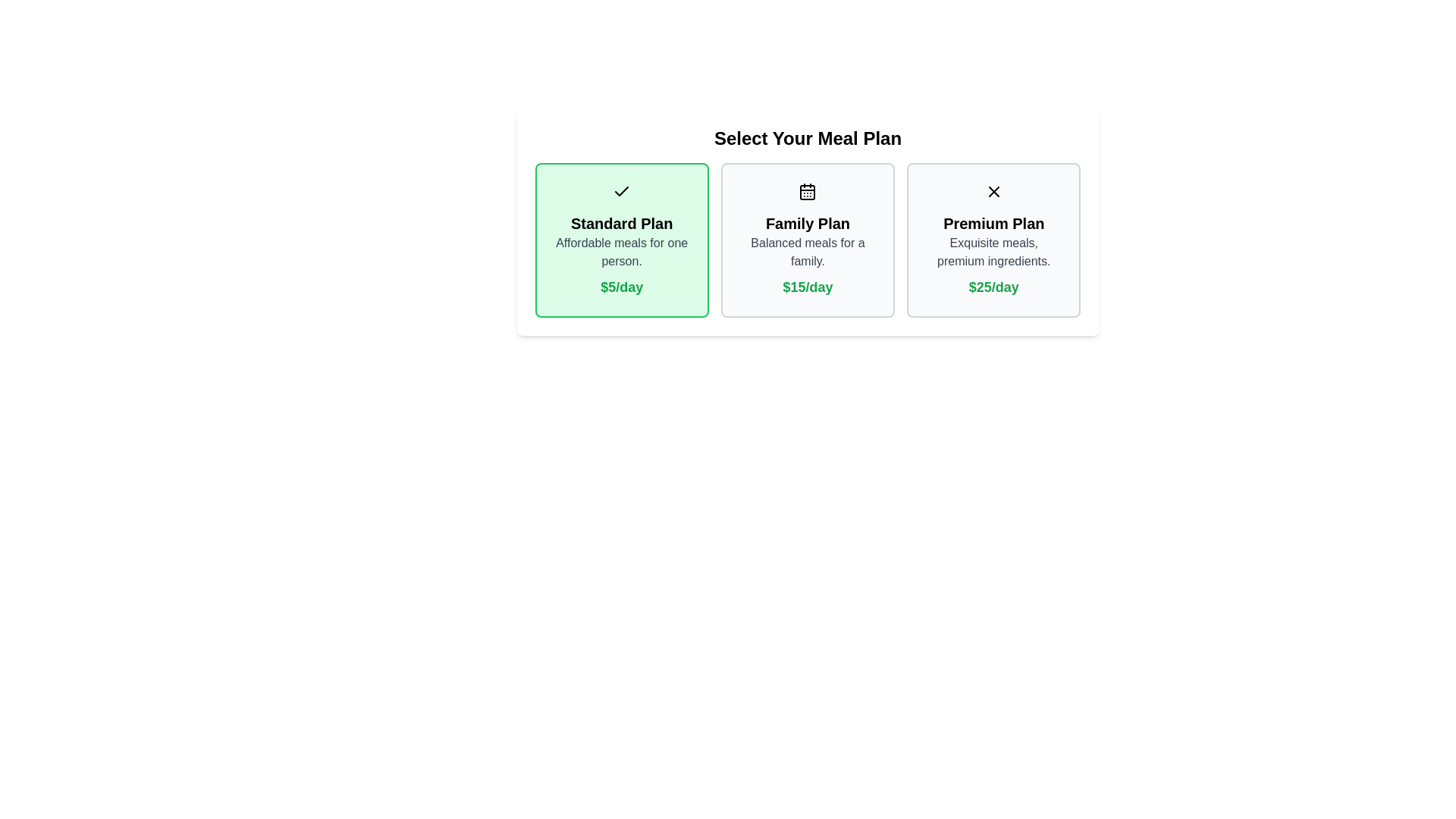  Describe the element at coordinates (807, 239) in the screenshot. I see `information regarding the 'Family Plan' in the central column of the meal subscription layout` at that location.